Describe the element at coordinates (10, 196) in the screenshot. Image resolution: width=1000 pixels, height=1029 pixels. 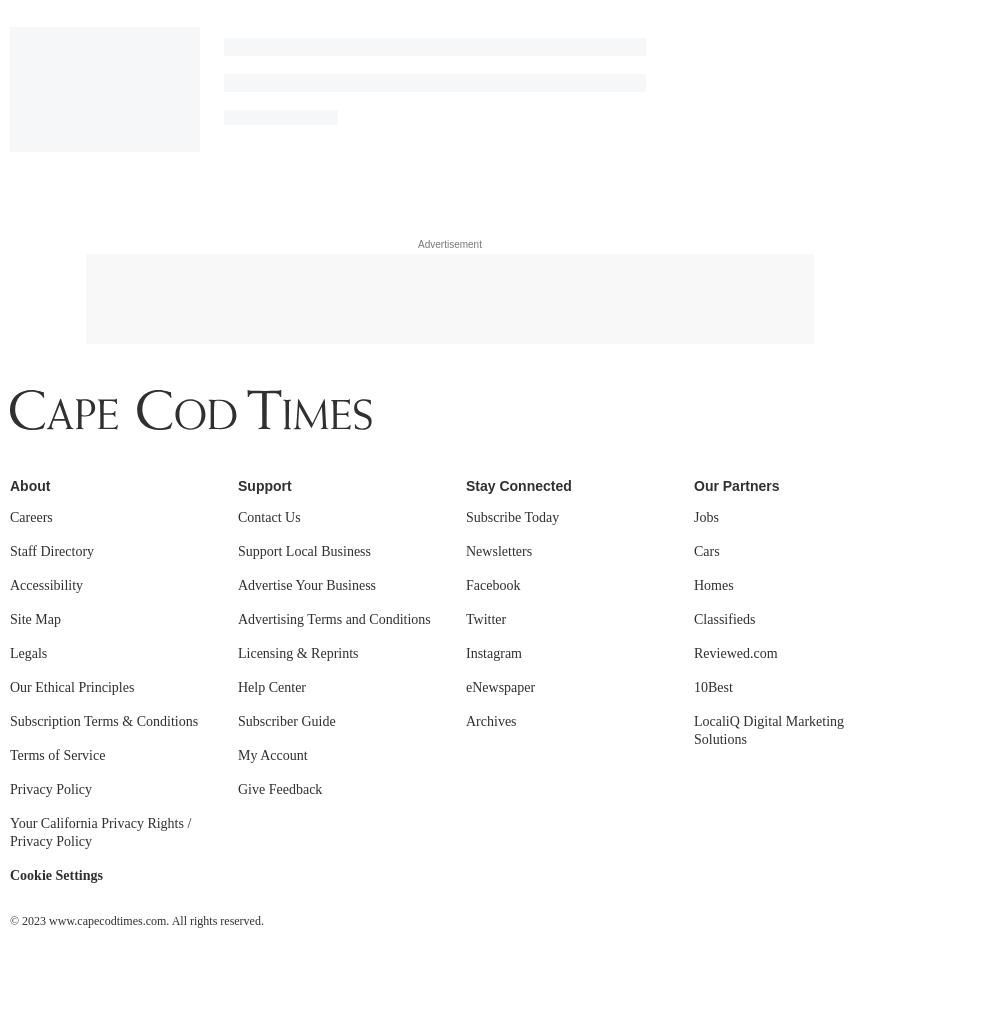
I see `'Terms of Service'` at that location.